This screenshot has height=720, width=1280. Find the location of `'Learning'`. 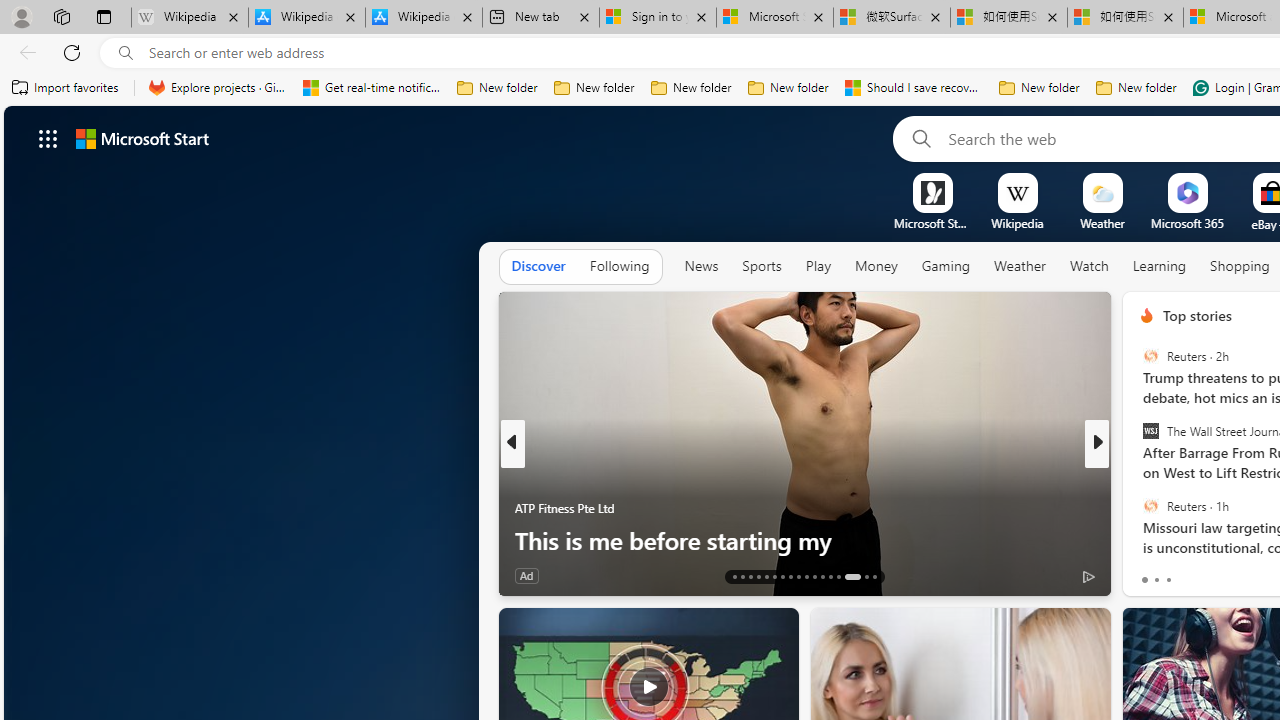

'Learning' is located at coordinates (1159, 266).